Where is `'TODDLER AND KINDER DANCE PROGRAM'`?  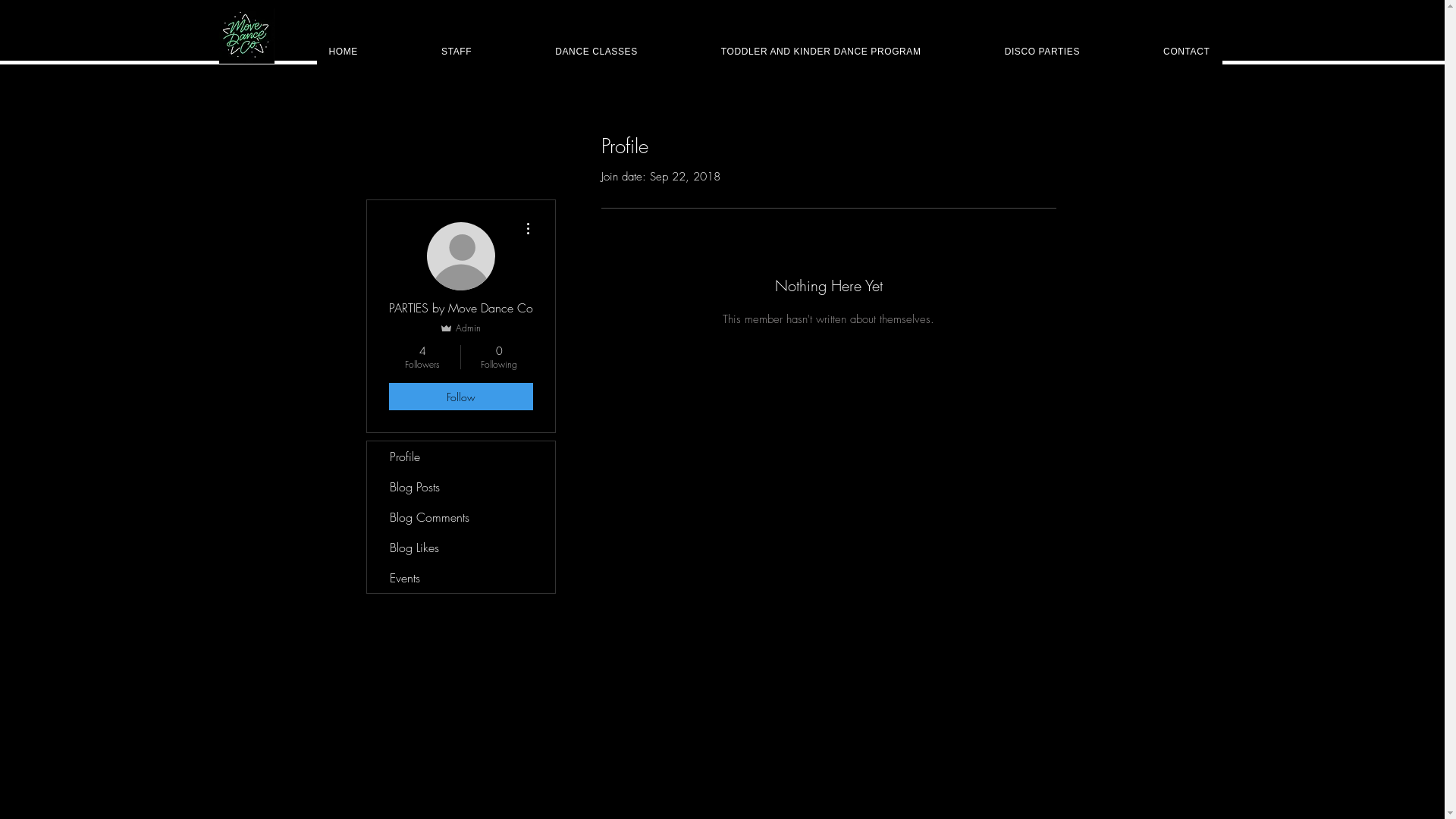 'TODDLER AND KINDER DANCE PROGRAM' is located at coordinates (821, 51).